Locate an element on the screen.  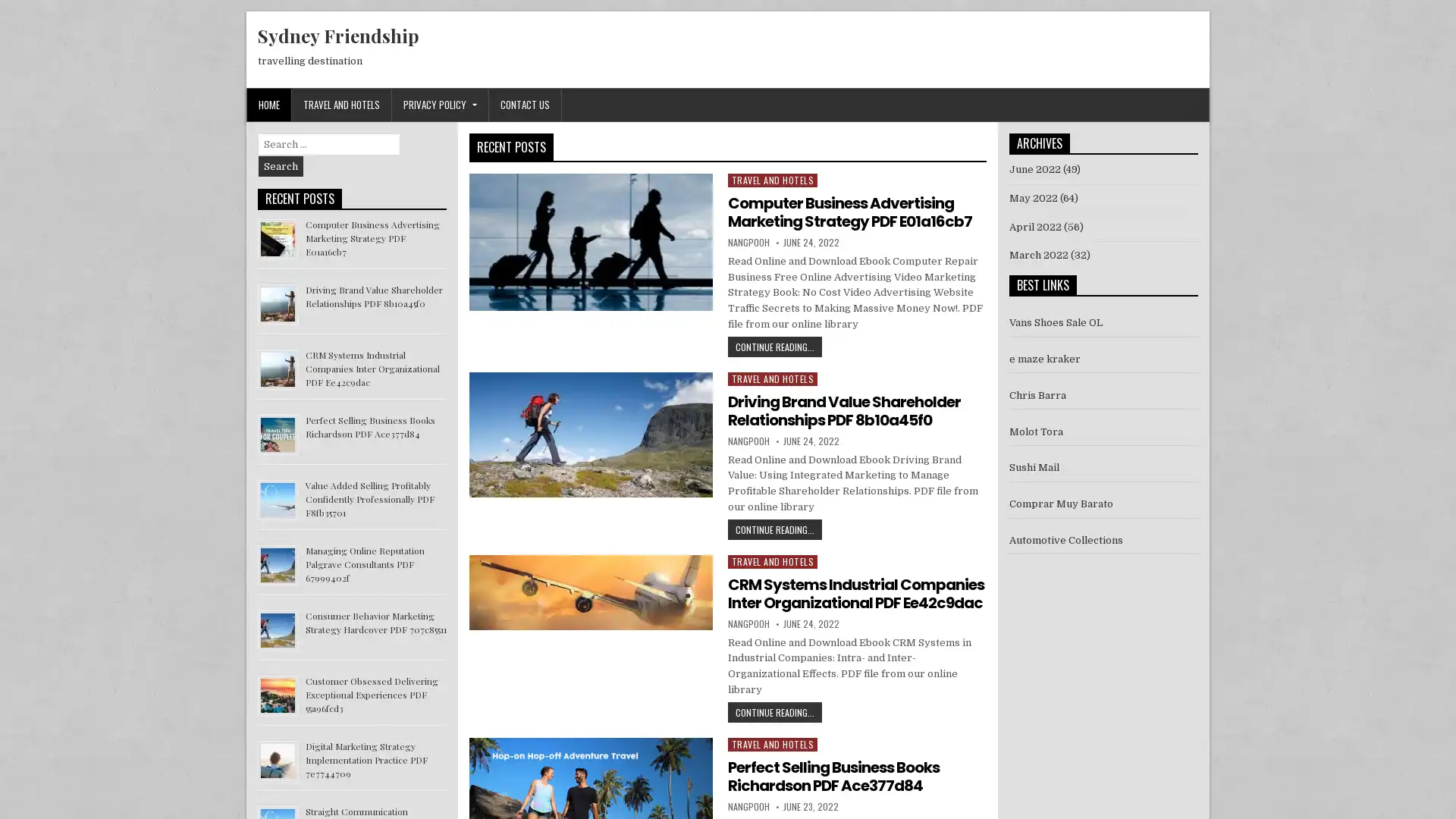
Search is located at coordinates (281, 166).